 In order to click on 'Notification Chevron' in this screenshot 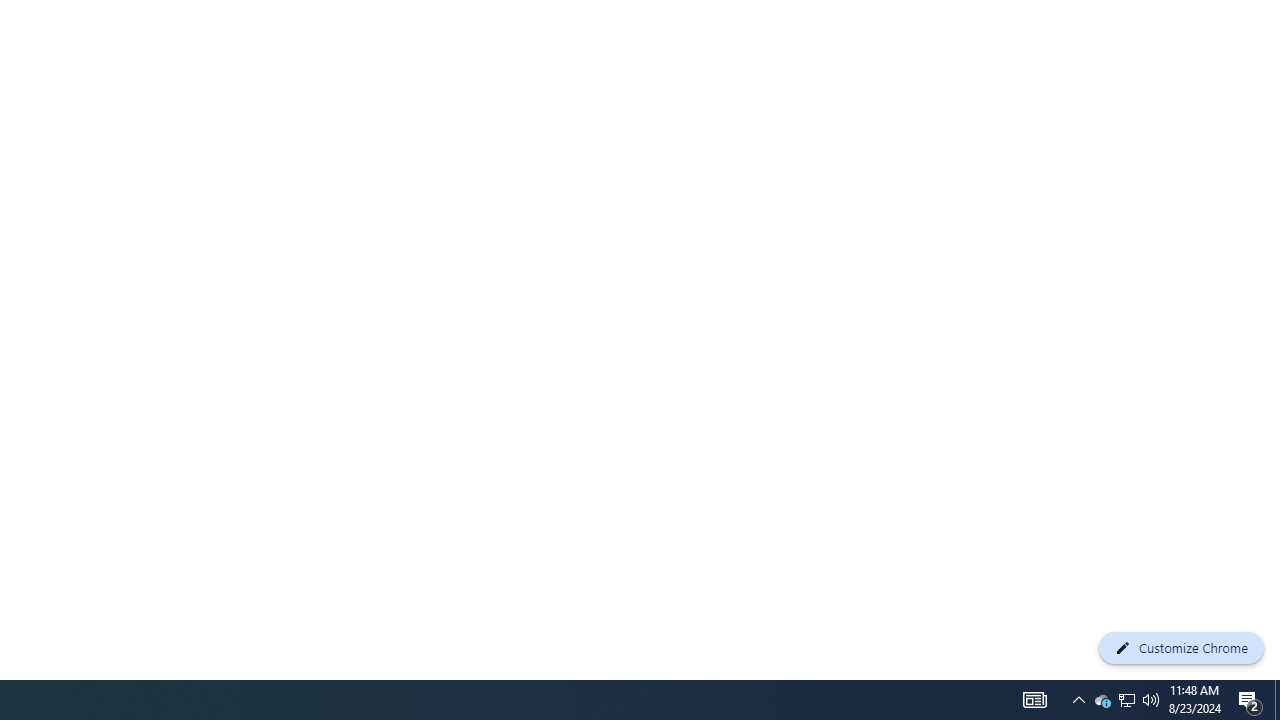, I will do `click(1078, 698)`.